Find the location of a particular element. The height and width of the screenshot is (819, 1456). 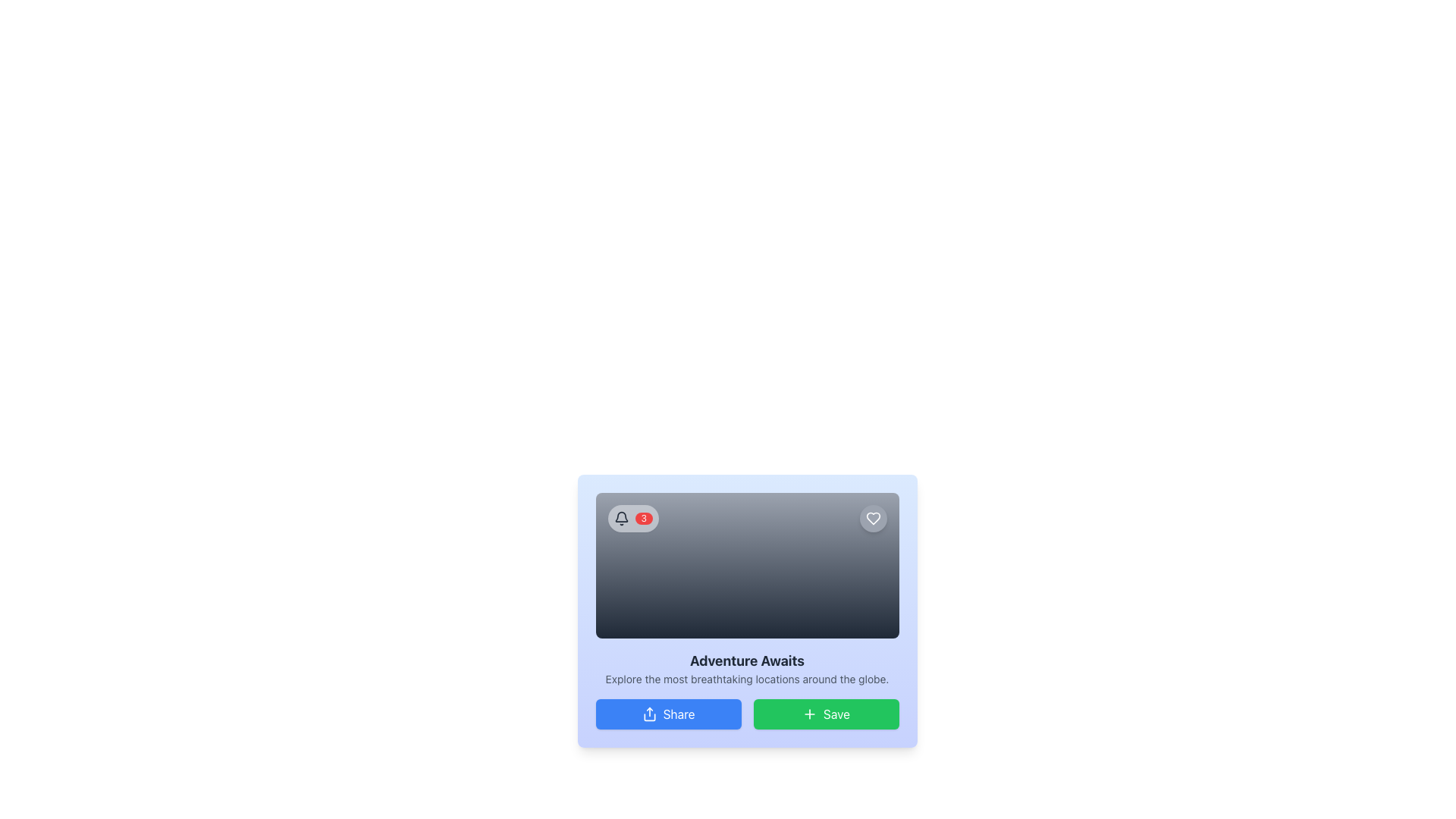

the circular badge with a red background displaying the number '3', located at the top-right corner of the notification area is located at coordinates (644, 517).